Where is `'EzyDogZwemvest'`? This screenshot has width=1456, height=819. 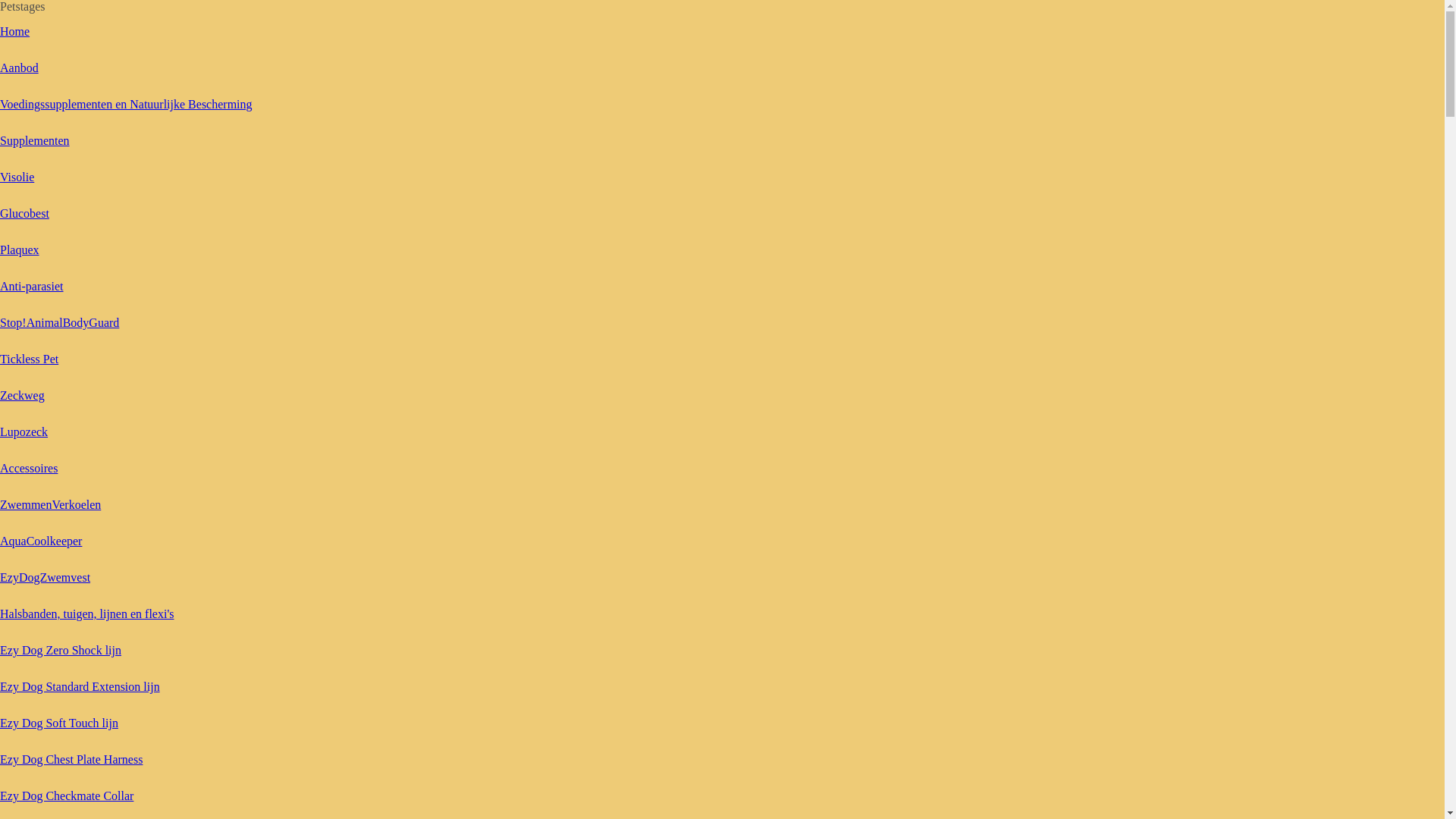 'EzyDogZwemvest' is located at coordinates (45, 577).